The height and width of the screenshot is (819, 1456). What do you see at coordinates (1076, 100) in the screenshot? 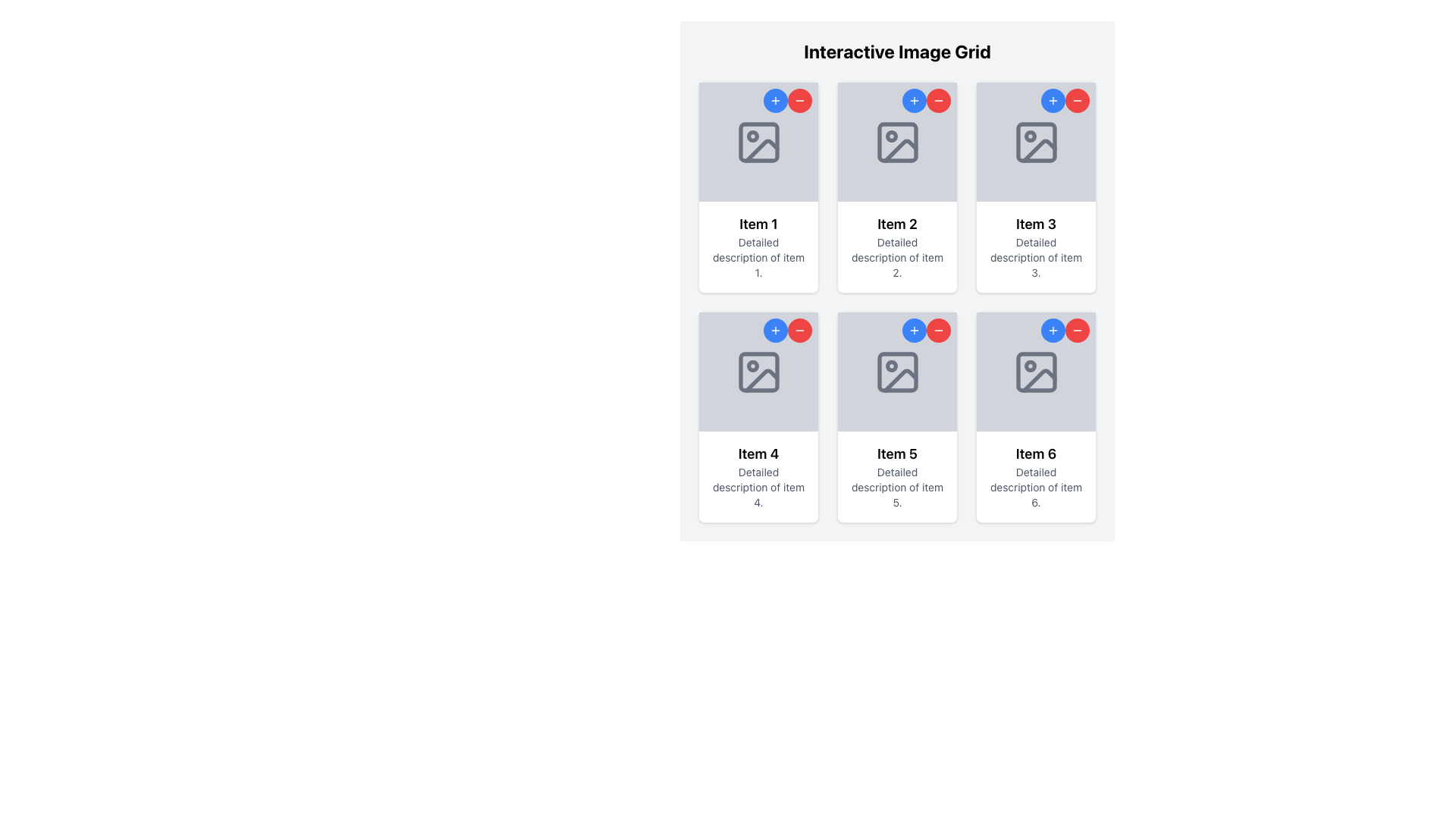
I see `the circular red button with a white minus symbol located on the upper-right side of the third item in a grid layout` at bounding box center [1076, 100].